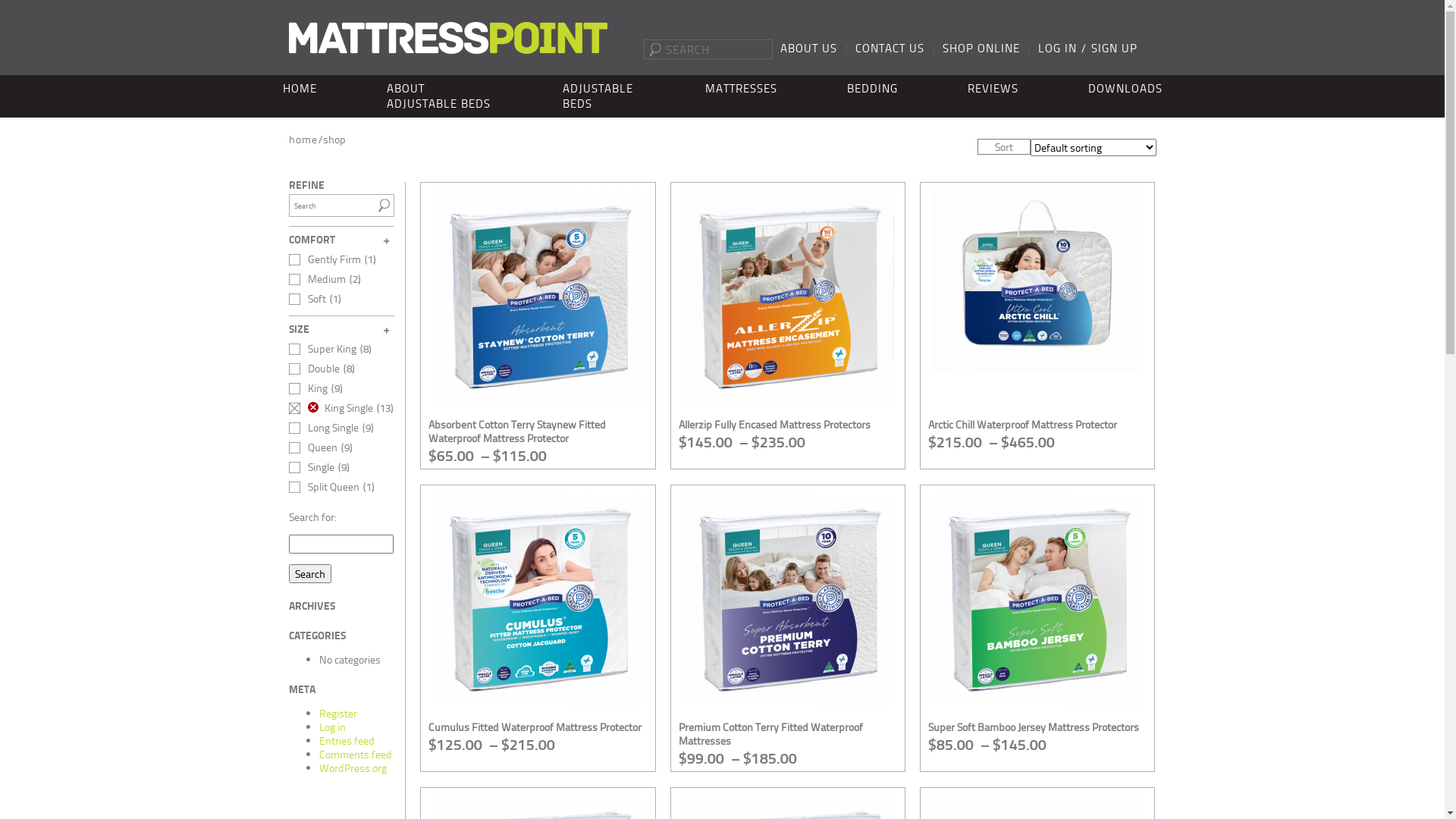  I want to click on 'Mattress Point', so click(447, 37).